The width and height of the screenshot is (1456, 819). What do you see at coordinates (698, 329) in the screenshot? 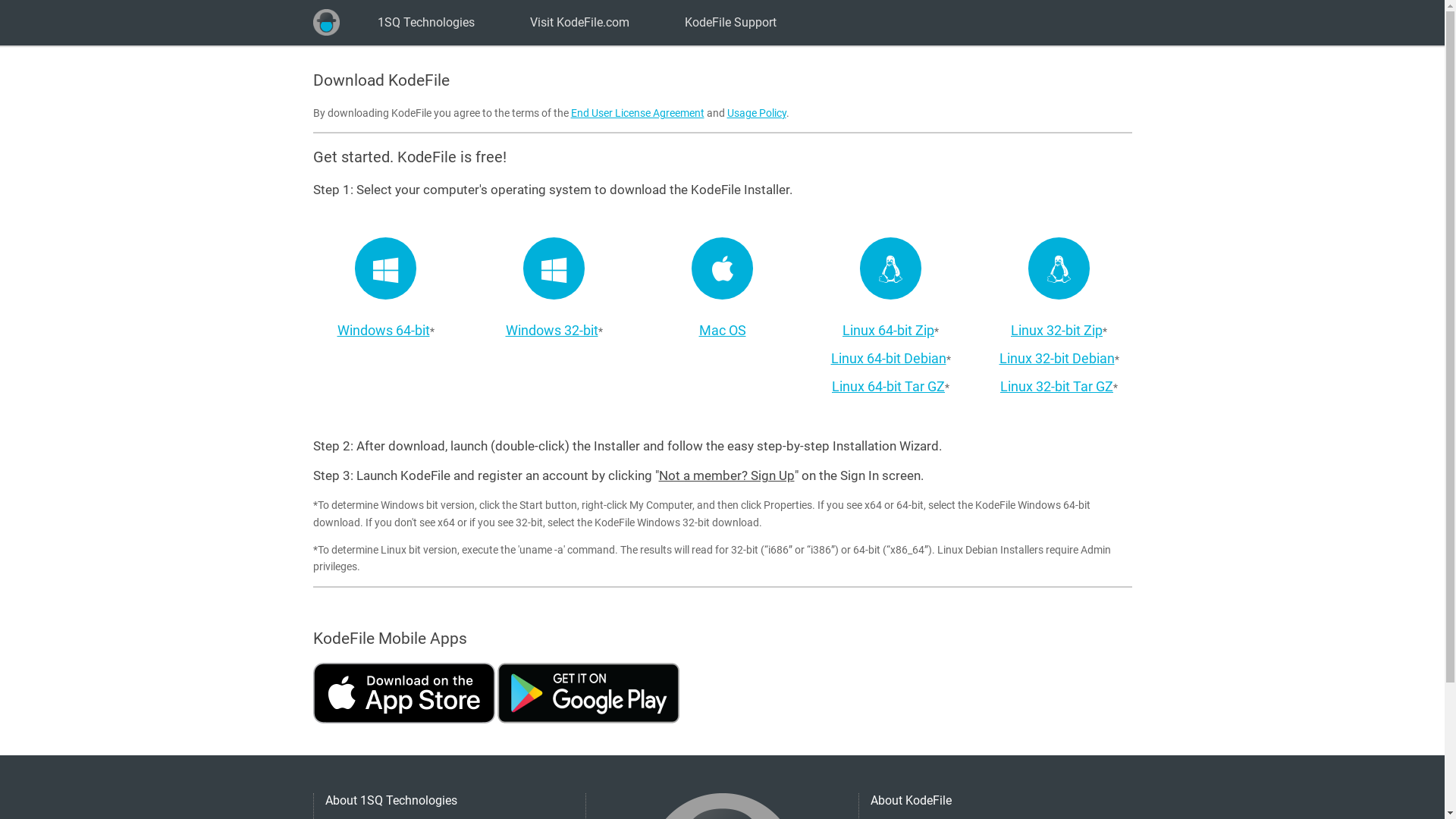
I see `'Mac OS'` at bounding box center [698, 329].